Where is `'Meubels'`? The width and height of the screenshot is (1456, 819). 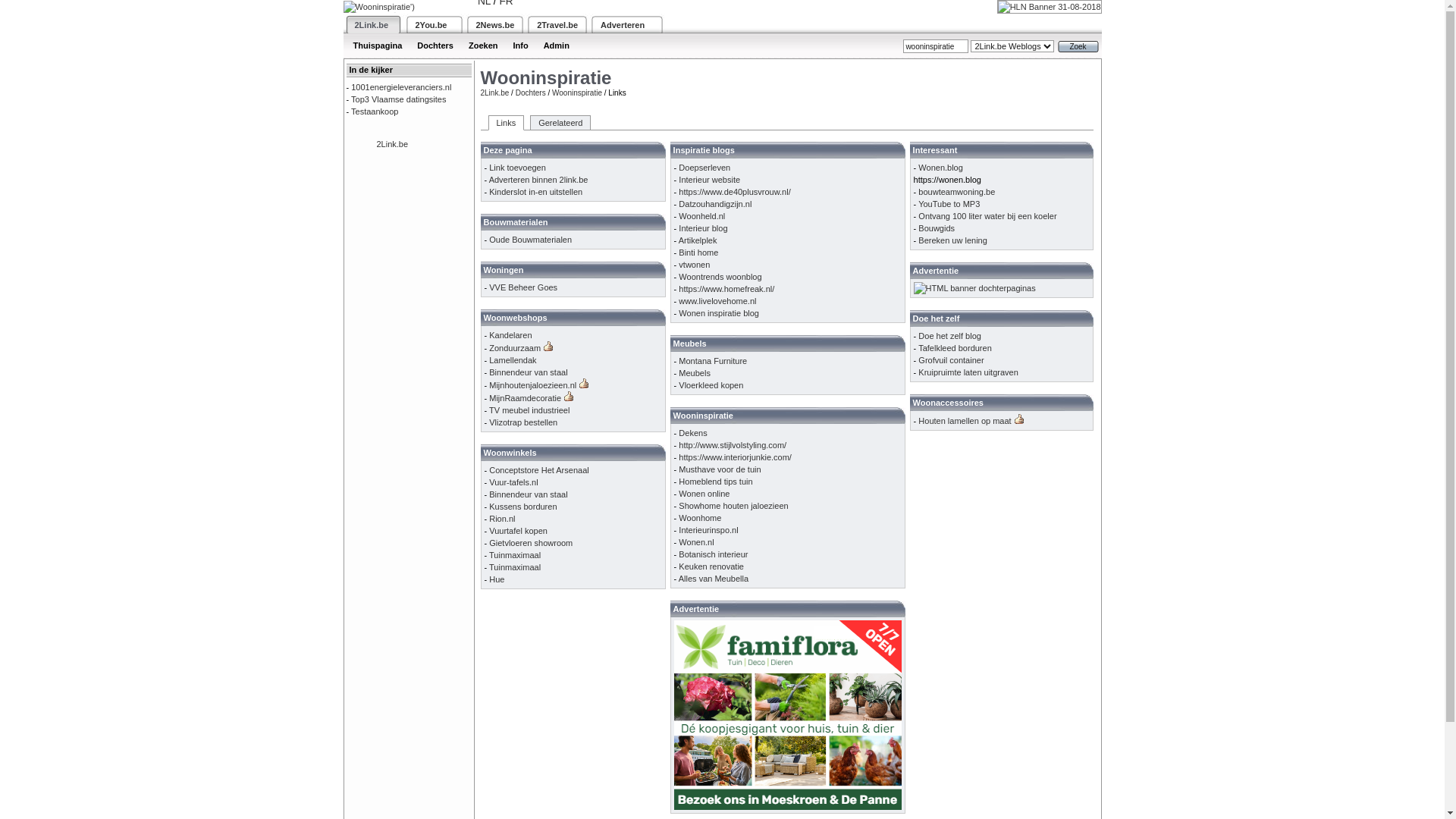
'Meubels' is located at coordinates (677, 373).